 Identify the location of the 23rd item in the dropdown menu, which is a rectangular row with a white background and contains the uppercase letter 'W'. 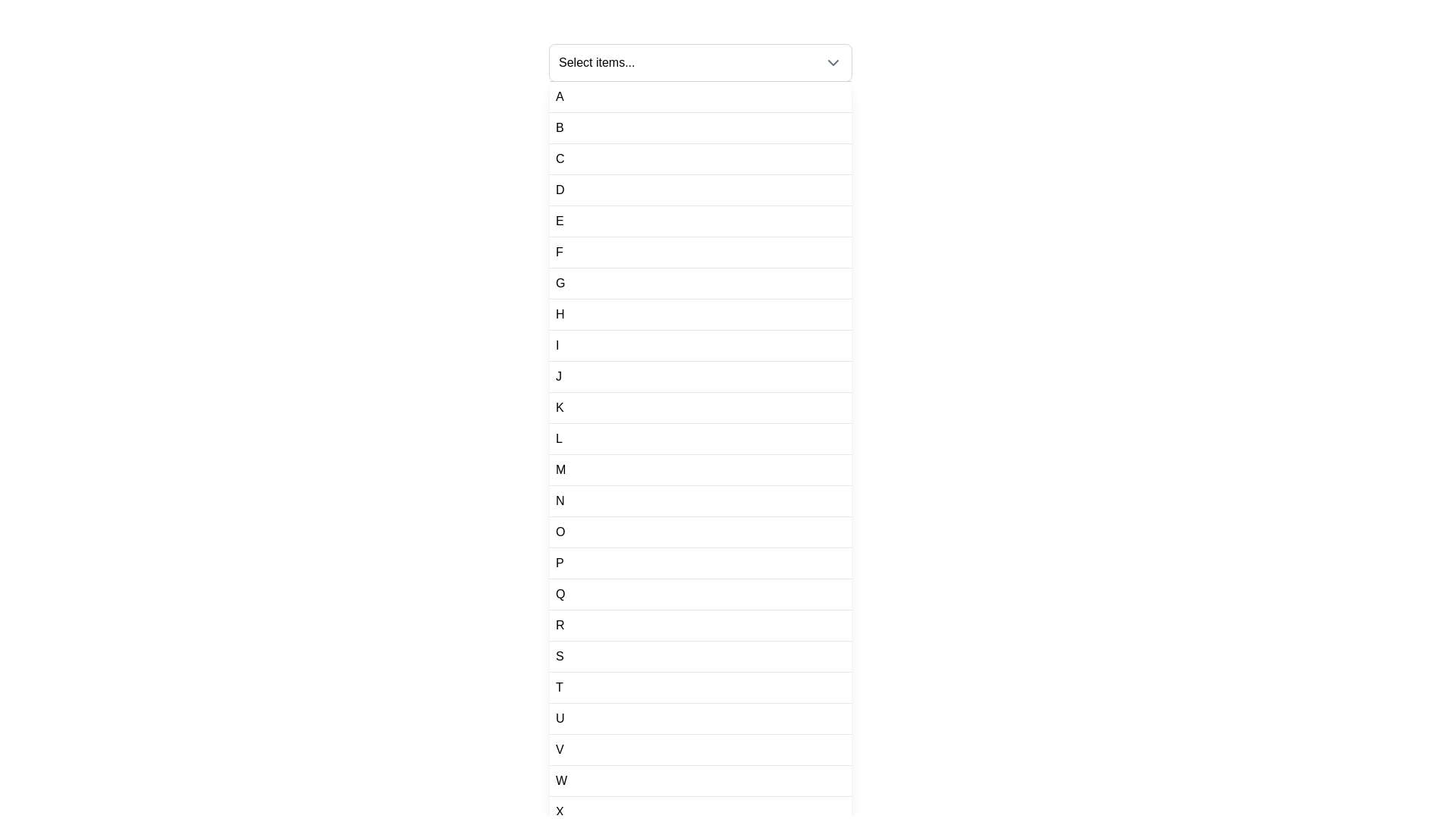
(700, 780).